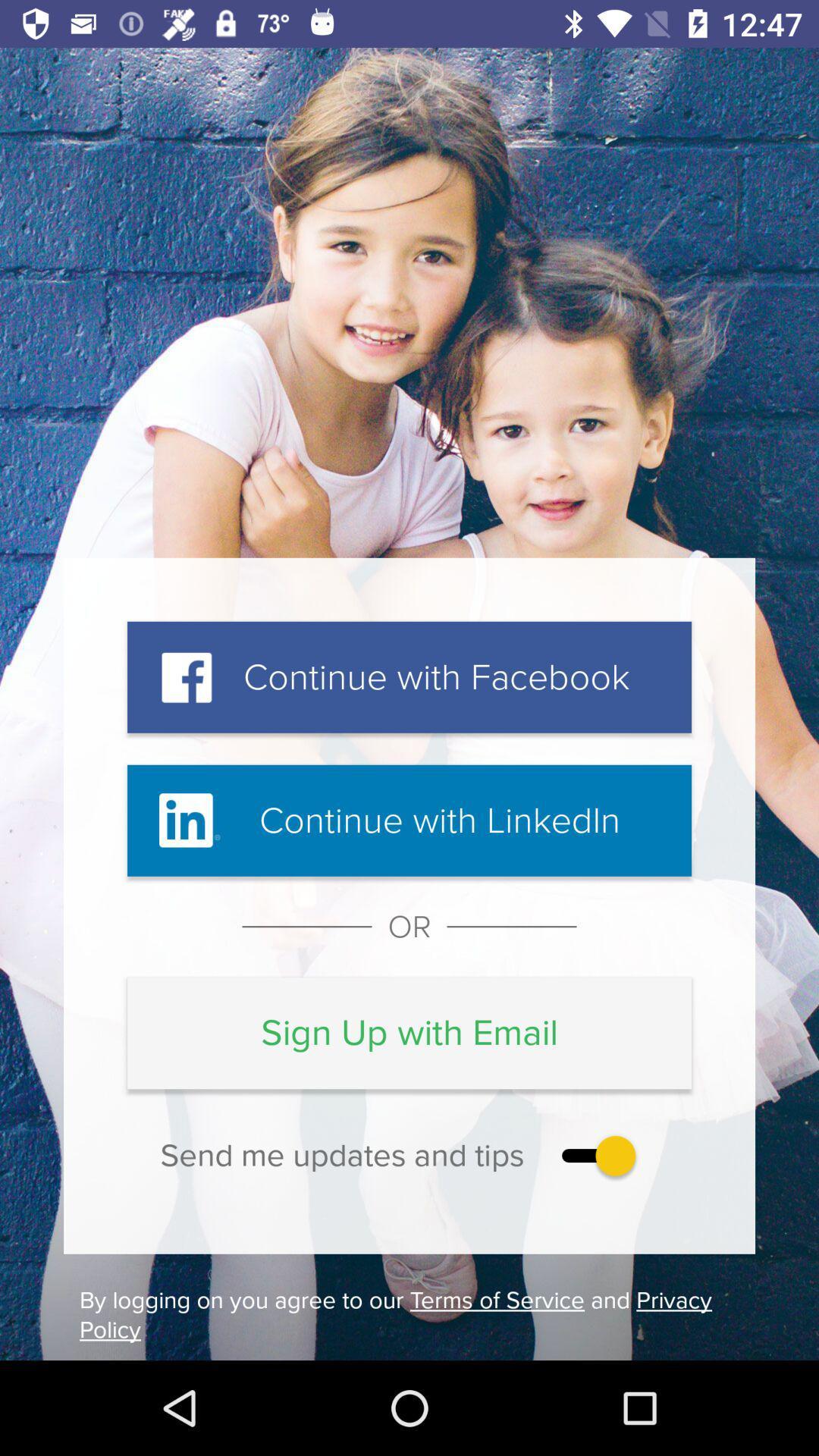 The width and height of the screenshot is (819, 1456). I want to click on the item above the by logging on icon, so click(595, 1155).